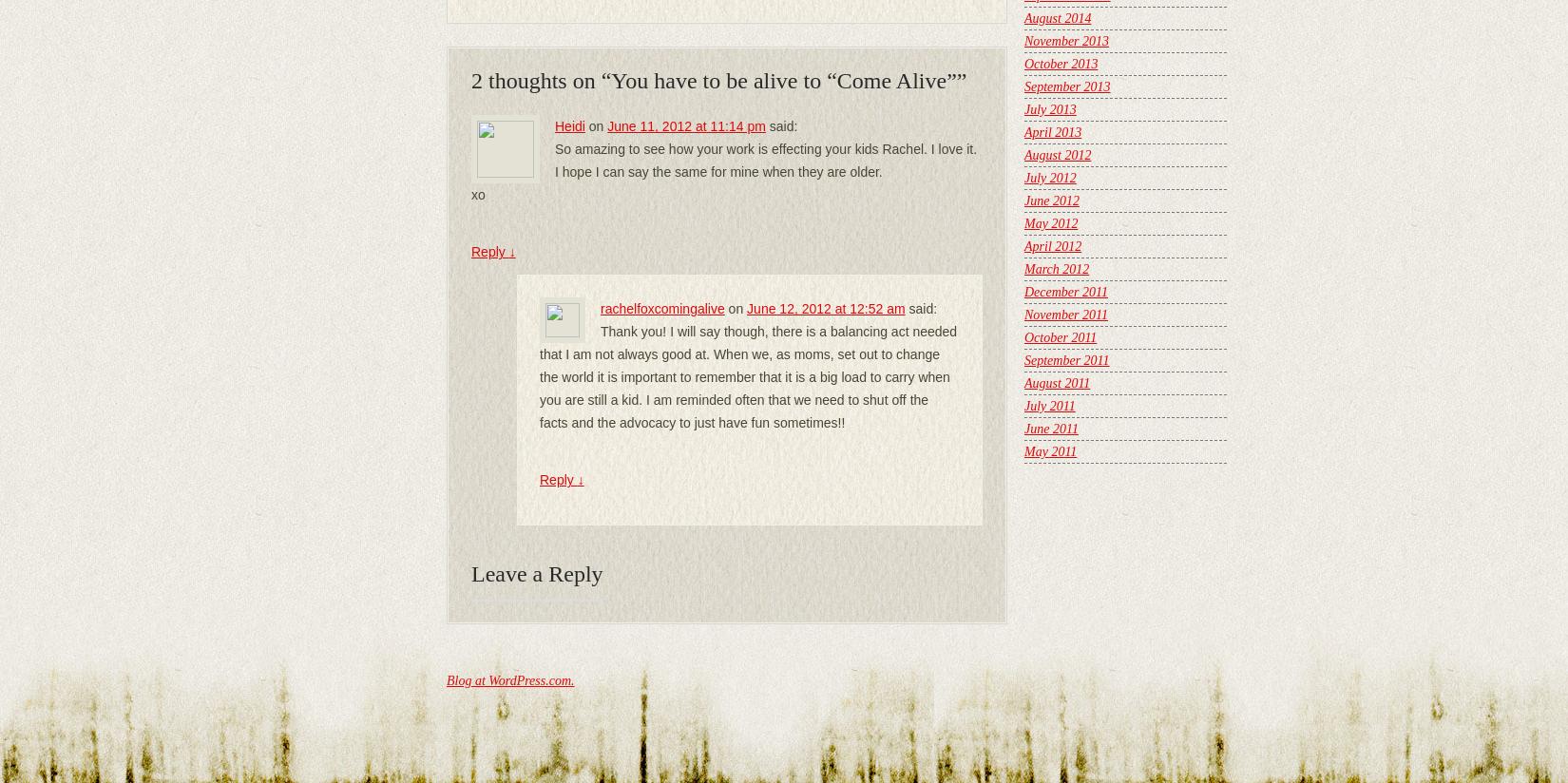 Image resolution: width=1568 pixels, height=783 pixels. What do you see at coordinates (509, 679) in the screenshot?
I see `'Blog at WordPress.com.'` at bounding box center [509, 679].